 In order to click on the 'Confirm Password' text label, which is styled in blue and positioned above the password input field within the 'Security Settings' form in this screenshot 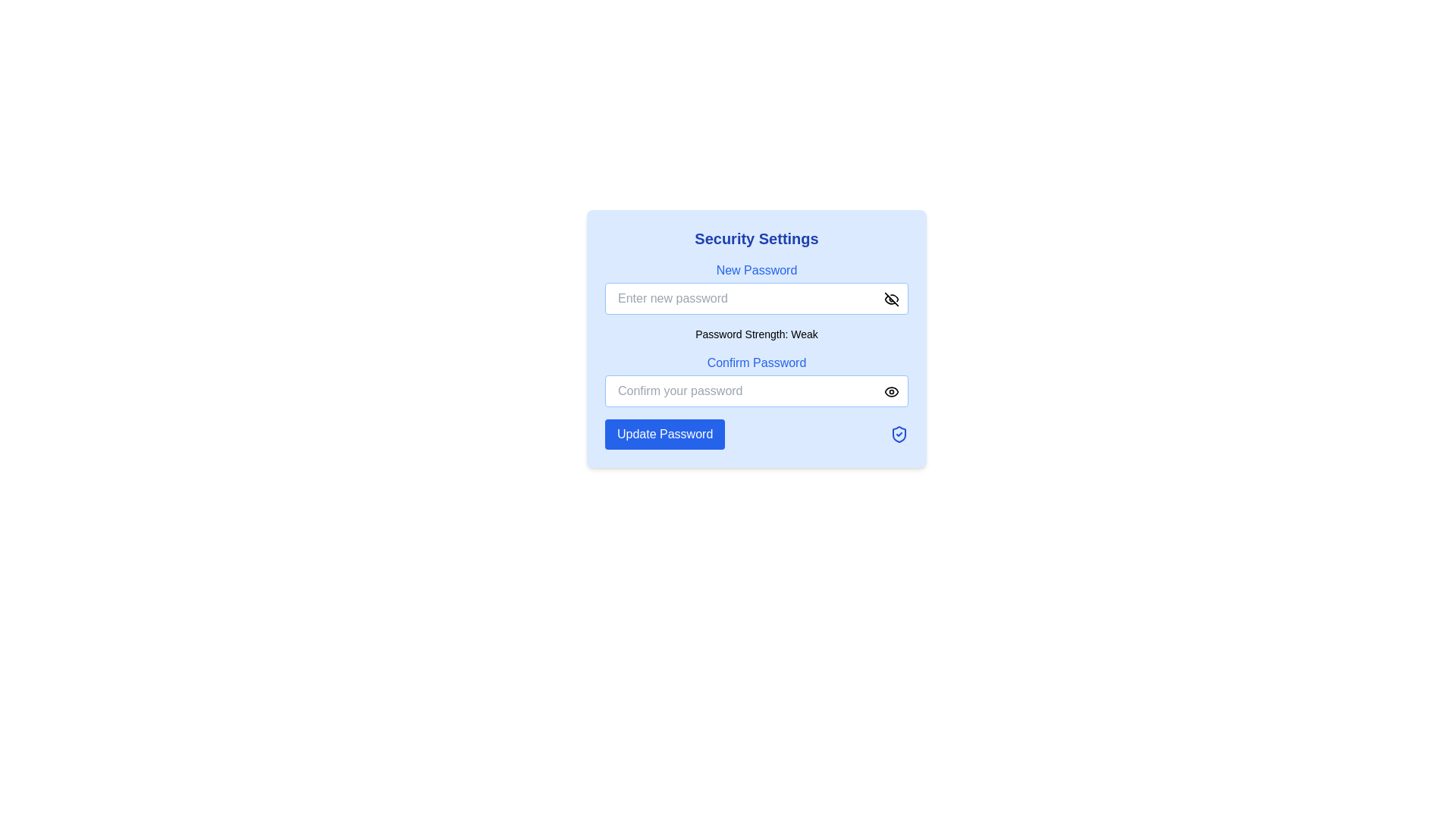, I will do `click(757, 362)`.